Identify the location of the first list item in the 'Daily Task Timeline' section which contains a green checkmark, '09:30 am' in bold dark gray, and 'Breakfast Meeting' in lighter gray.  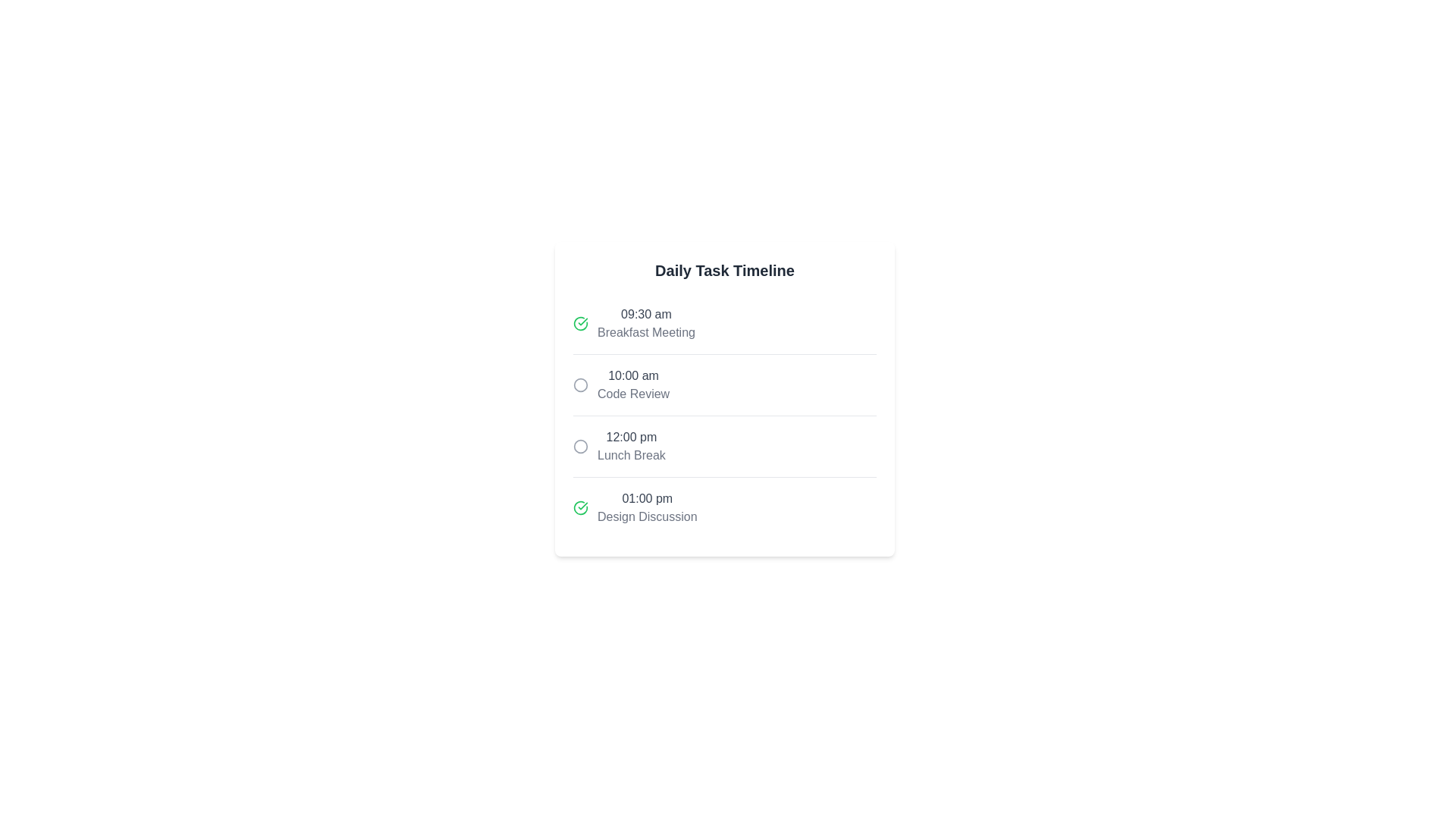
(723, 323).